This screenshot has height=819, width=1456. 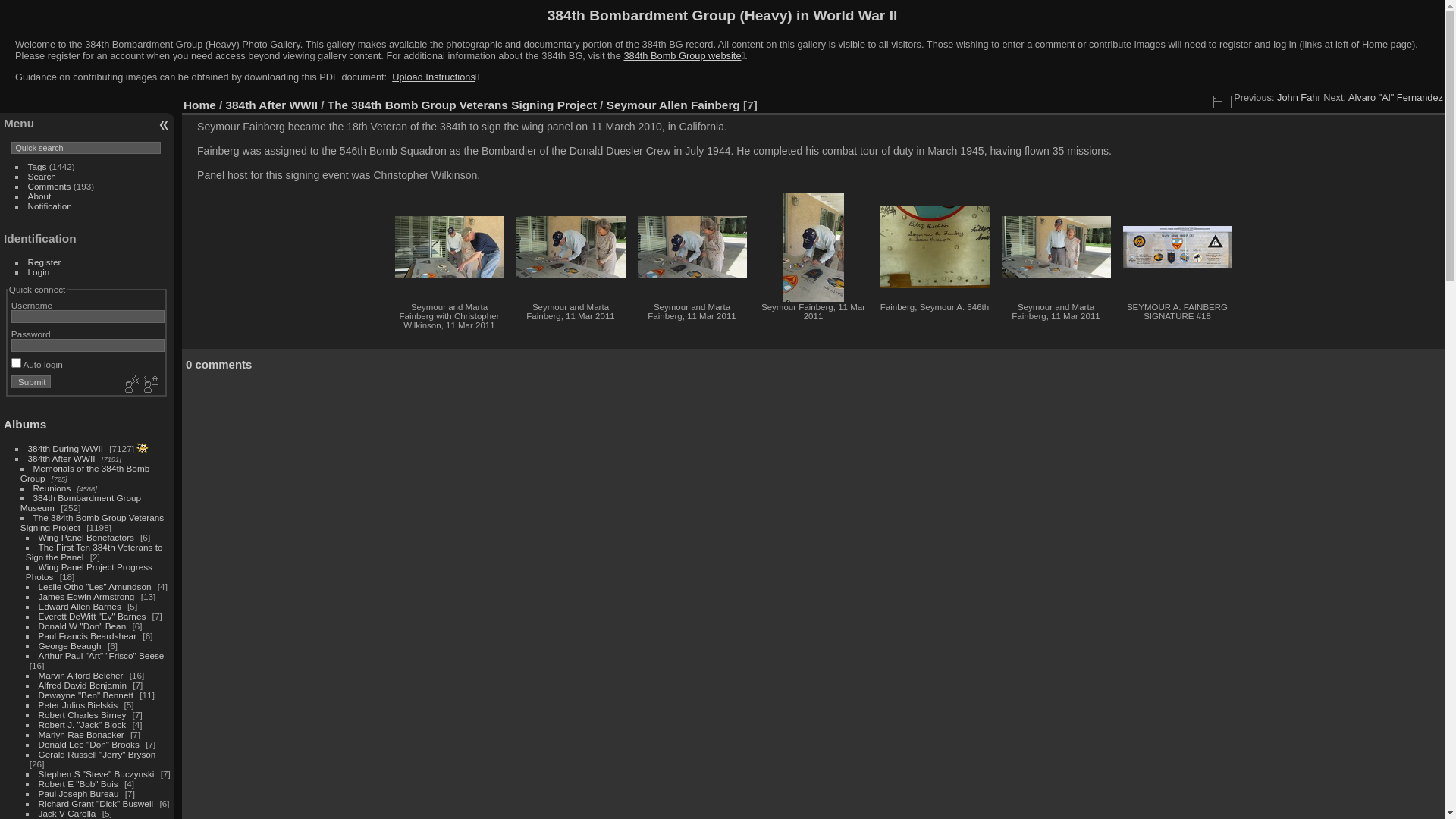 I want to click on 'Tags', so click(x=37, y=166).